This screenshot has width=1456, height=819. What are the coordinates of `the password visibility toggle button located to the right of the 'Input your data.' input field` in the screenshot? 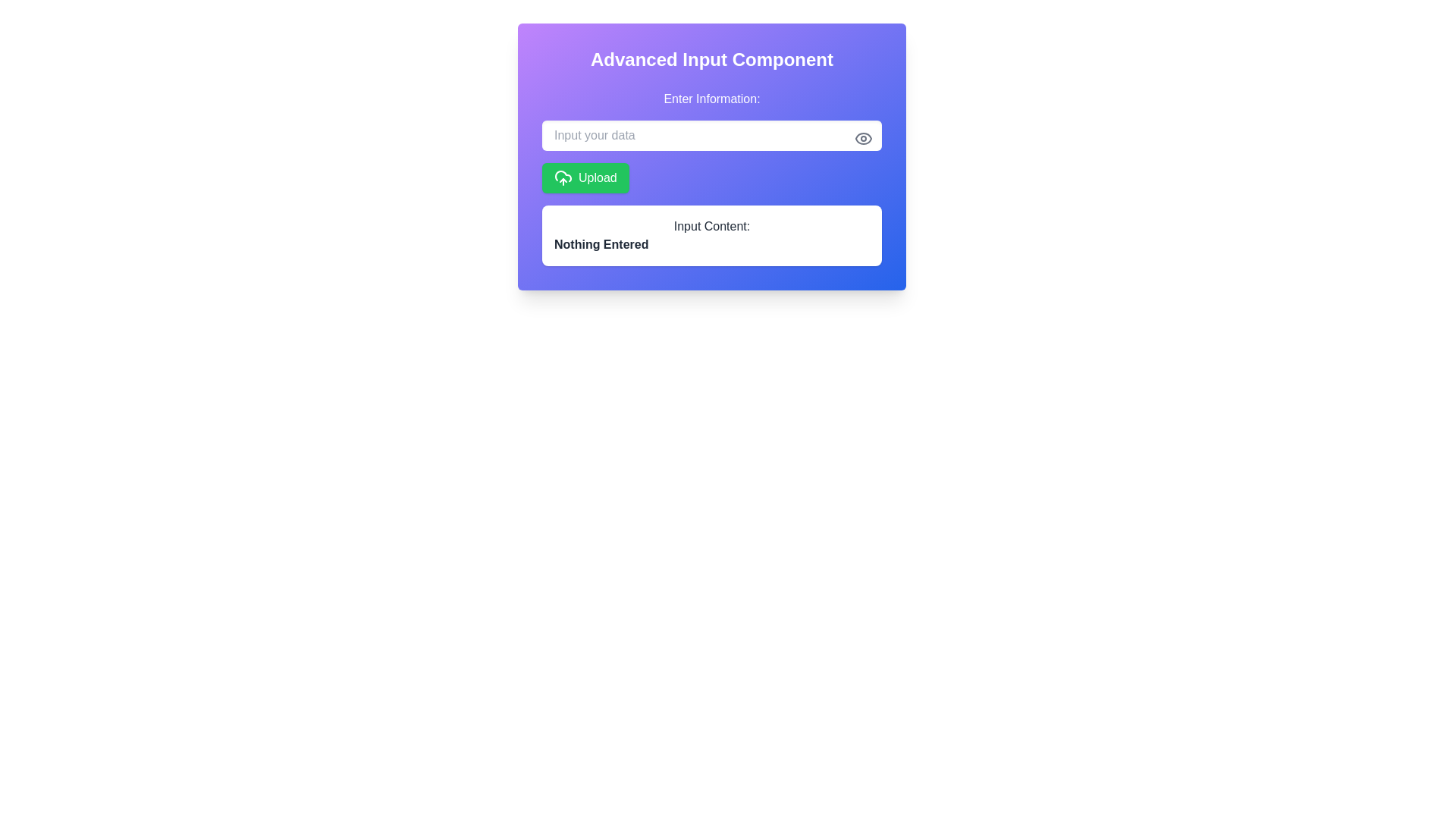 It's located at (863, 138).